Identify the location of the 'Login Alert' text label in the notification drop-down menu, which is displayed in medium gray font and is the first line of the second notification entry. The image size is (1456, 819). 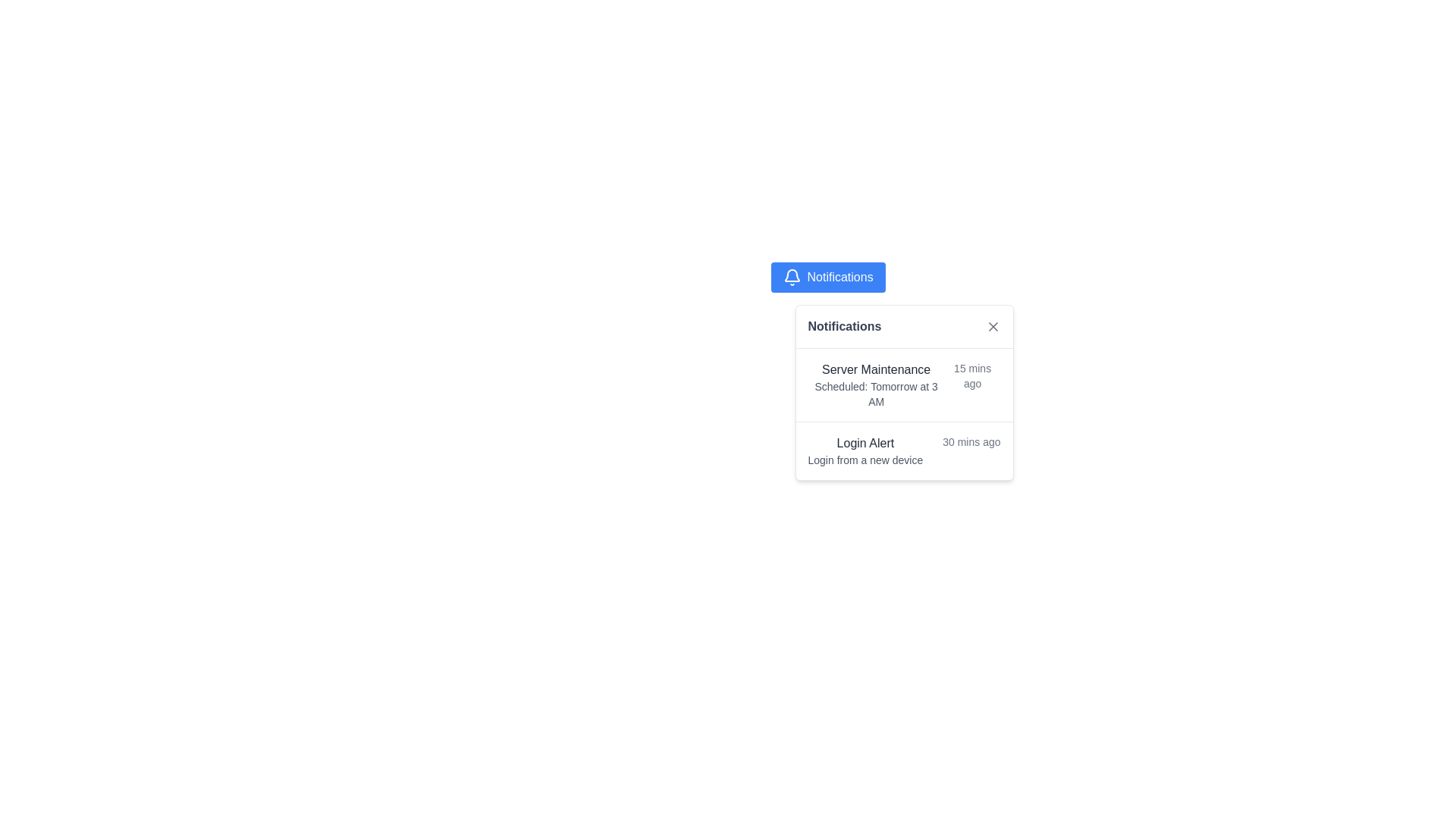
(865, 444).